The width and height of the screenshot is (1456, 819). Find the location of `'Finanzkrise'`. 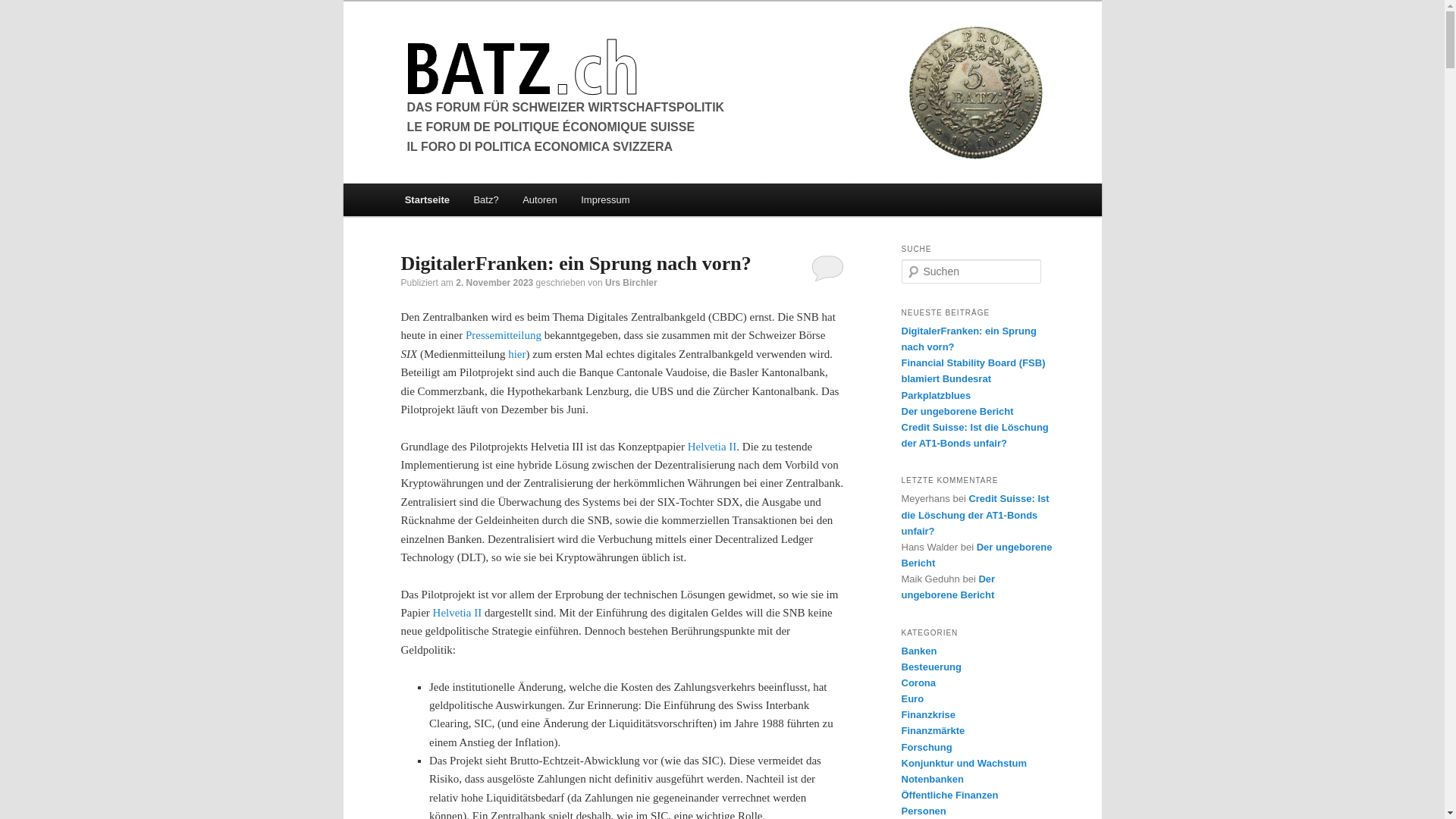

'Finanzkrise' is located at coordinates (927, 714).